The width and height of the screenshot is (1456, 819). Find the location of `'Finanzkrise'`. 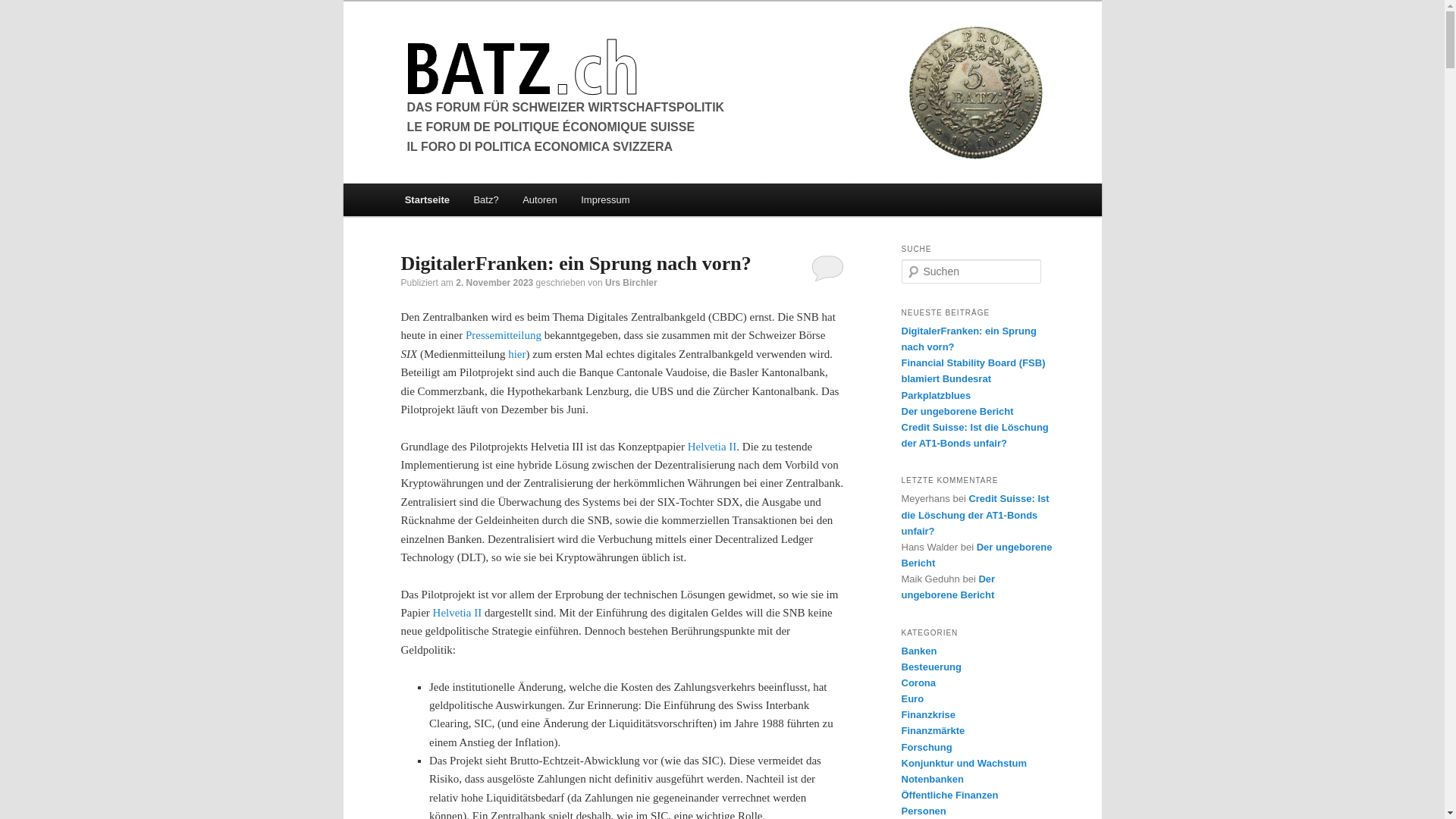

'Finanzkrise' is located at coordinates (927, 714).